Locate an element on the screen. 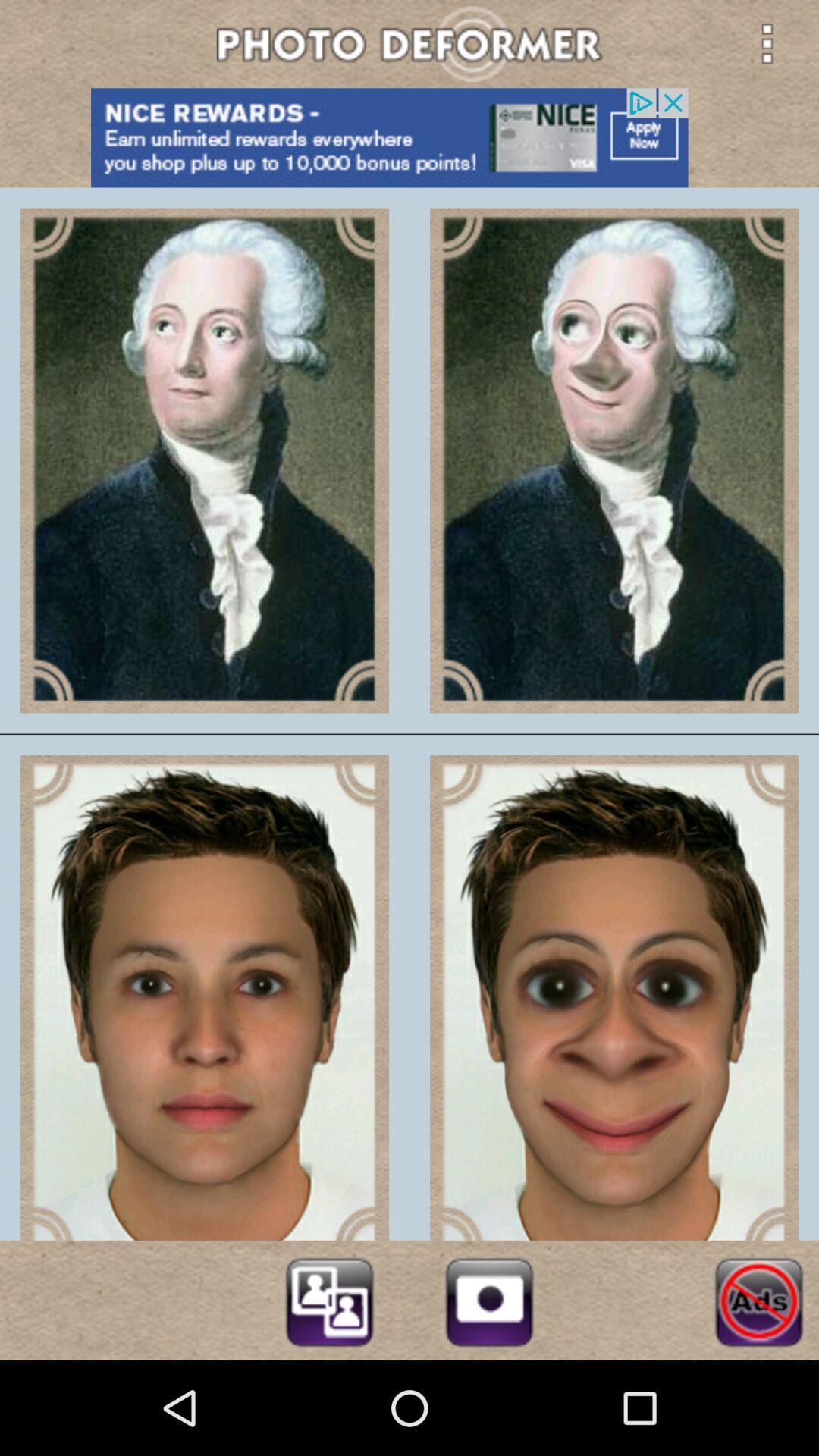 The image size is (819, 1456). the follow icon is located at coordinates (328, 1392).